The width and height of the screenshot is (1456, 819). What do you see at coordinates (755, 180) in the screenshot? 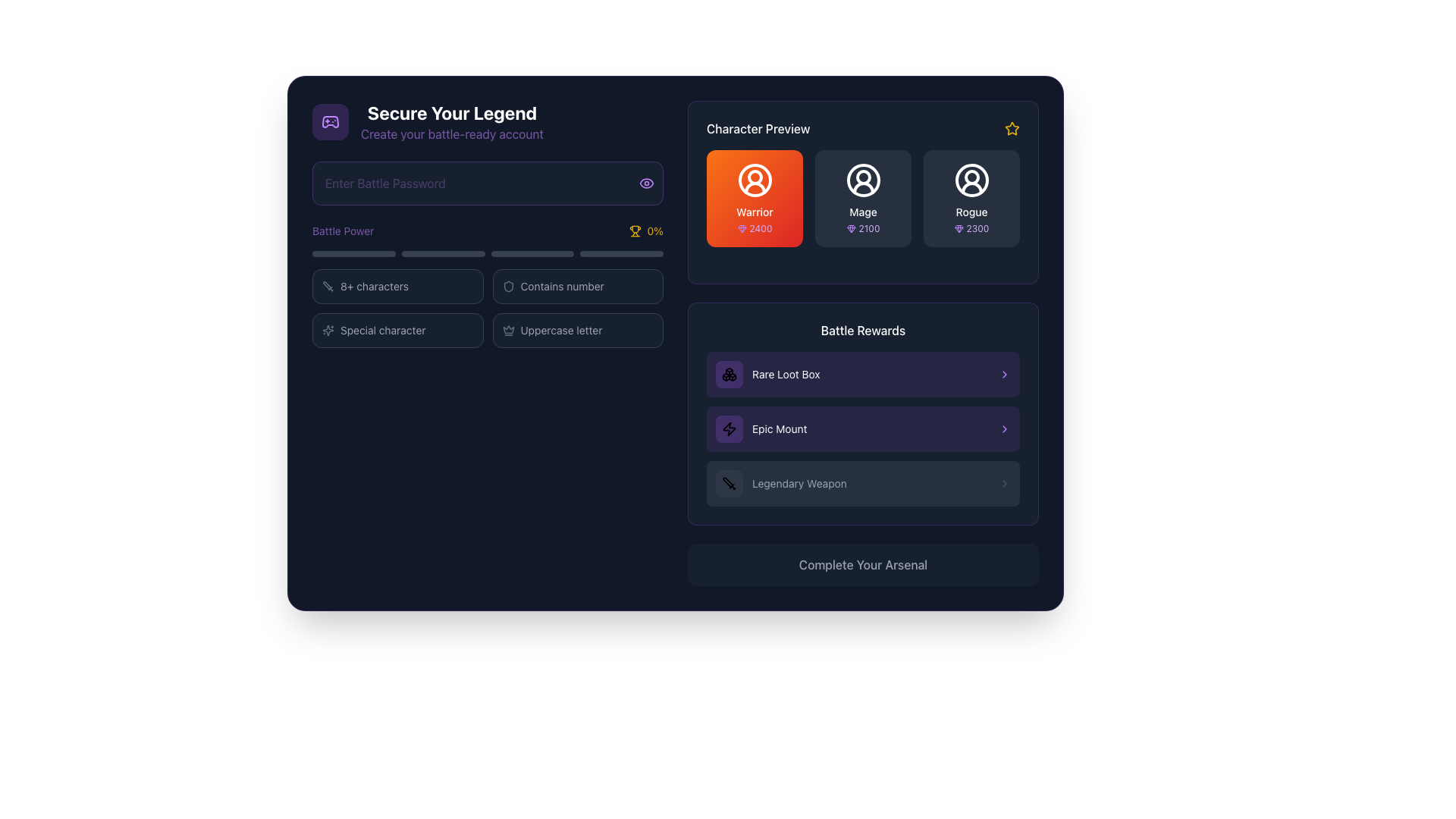
I see `the SVG icon of a user symbol, which is styled in white against a radiant orange-to-red gradient background, located centrally within the 'Warrior 2400' card in the 'Character Preview' section` at bounding box center [755, 180].